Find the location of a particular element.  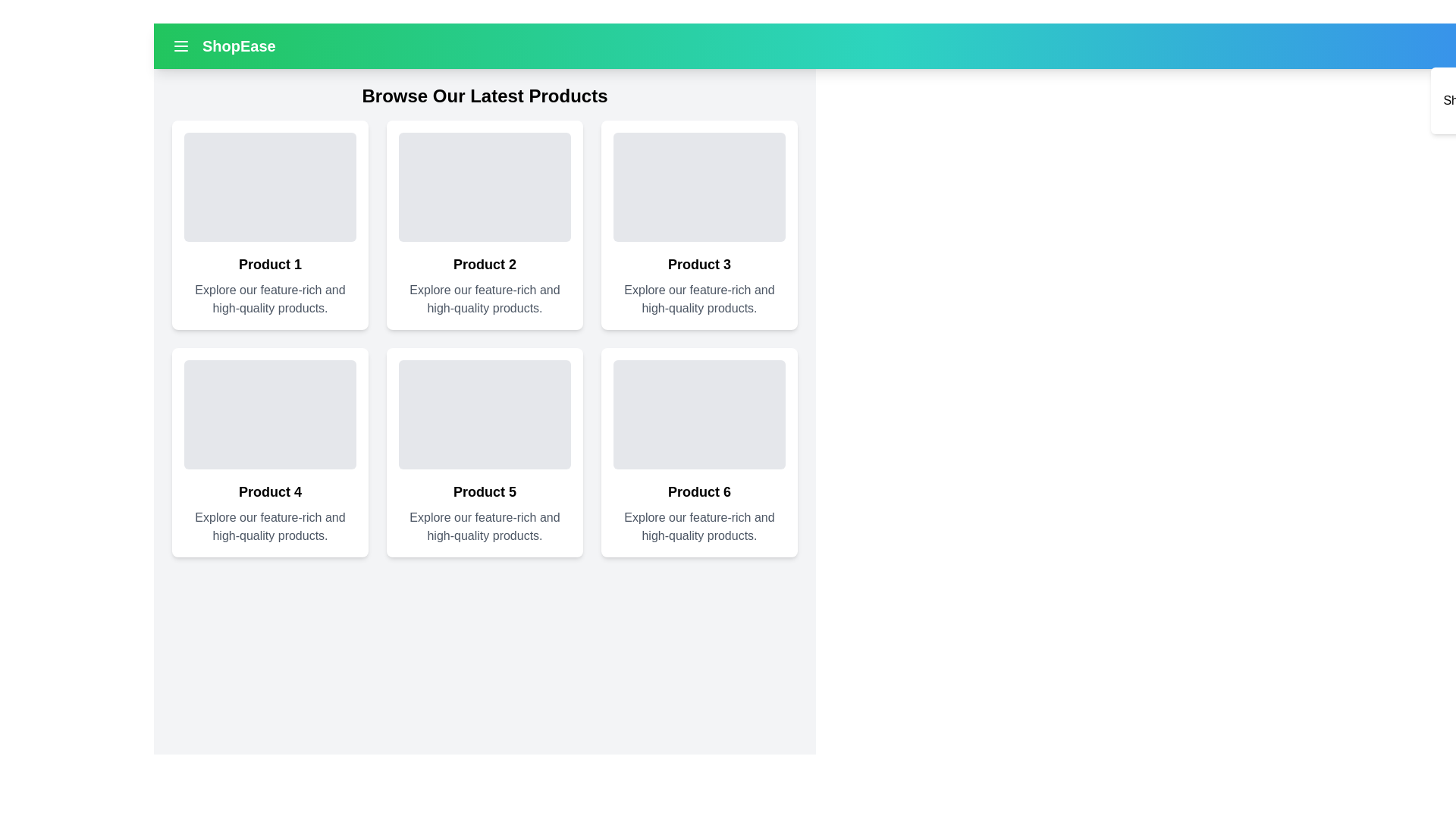

the text label reading 'Explore our feature-rich and high-quality products.' located at the bottom of the 'Product 2' card for possible interactions is located at coordinates (484, 299).